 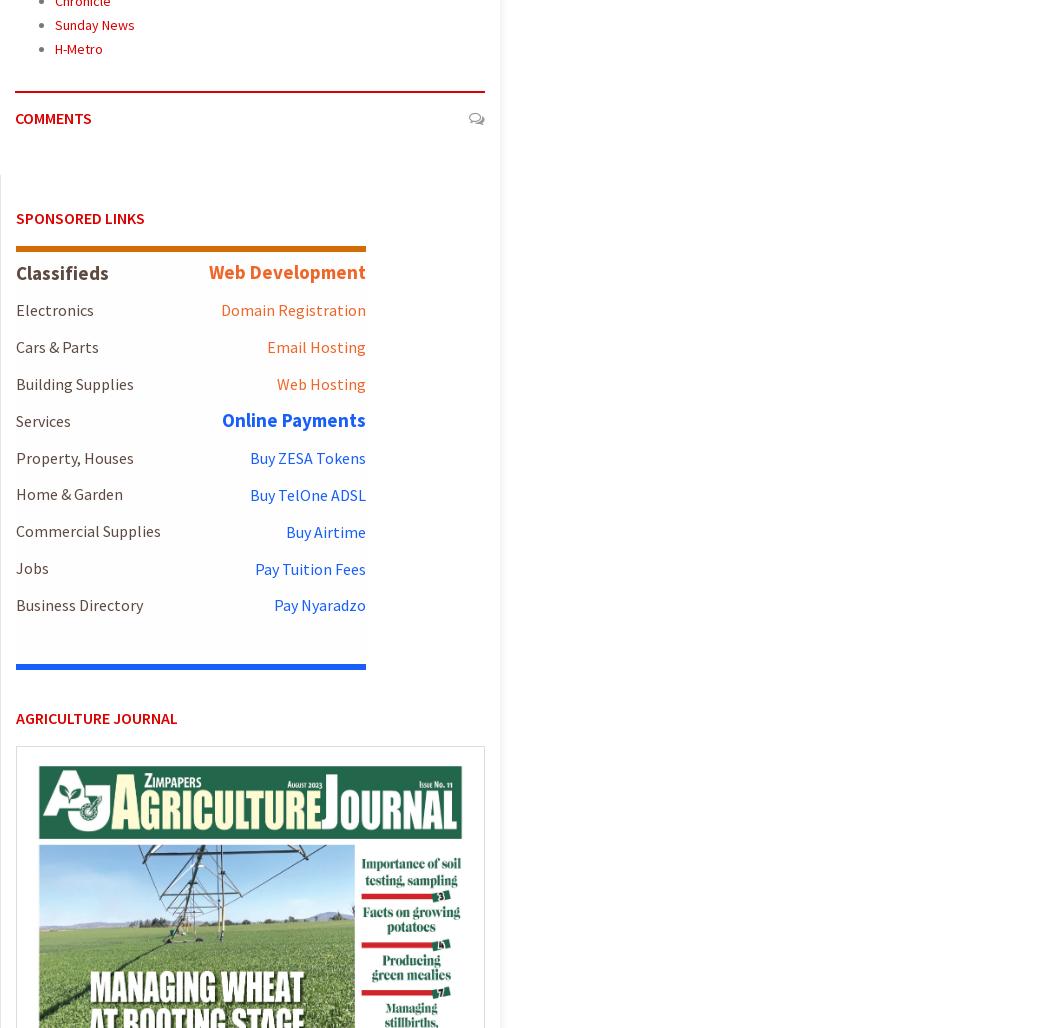 What do you see at coordinates (318, 603) in the screenshot?
I see `'Pay Nyaradzo'` at bounding box center [318, 603].